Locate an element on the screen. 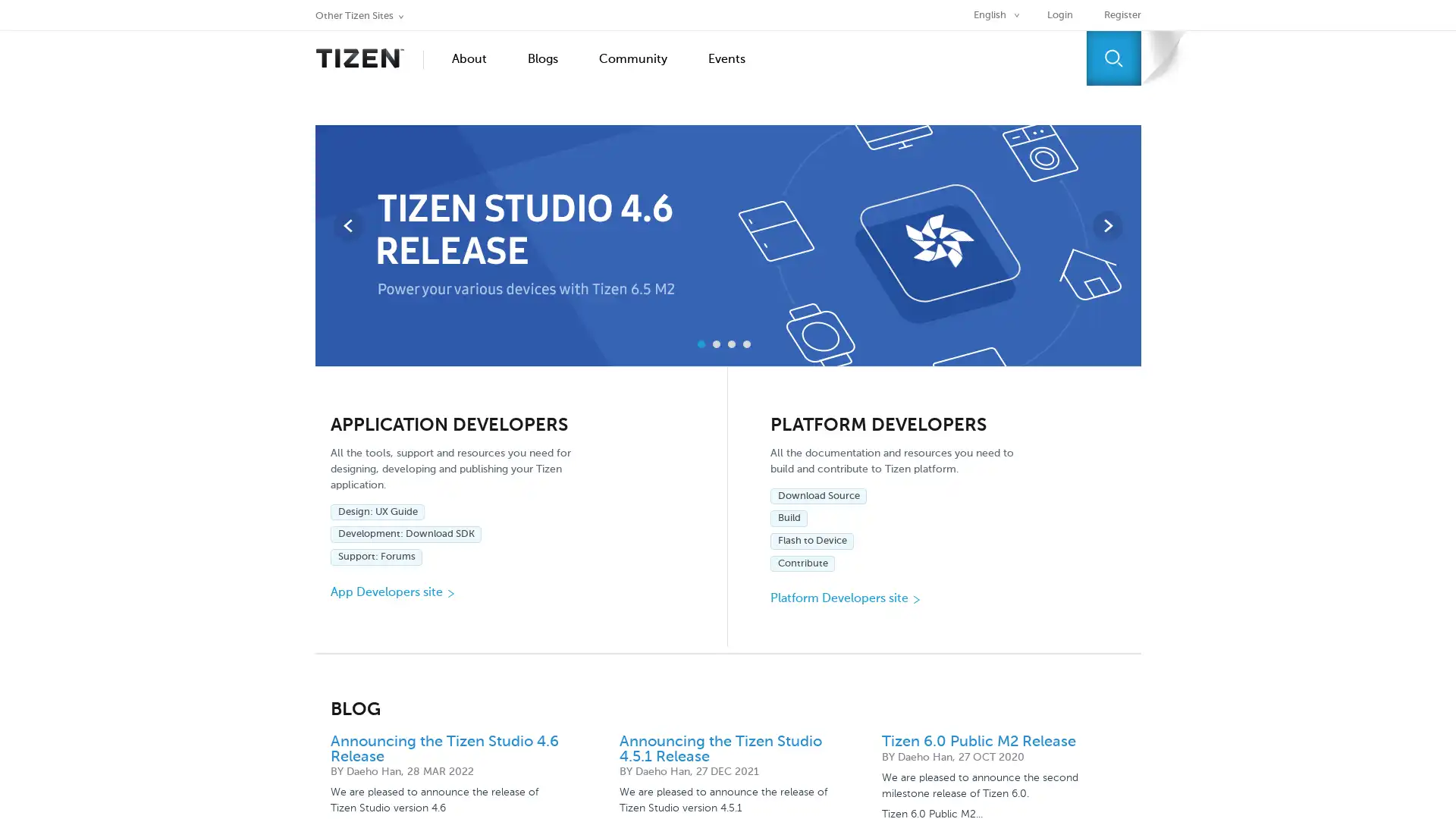 The height and width of the screenshot is (819, 1456). 3 is located at coordinates (731, 344).